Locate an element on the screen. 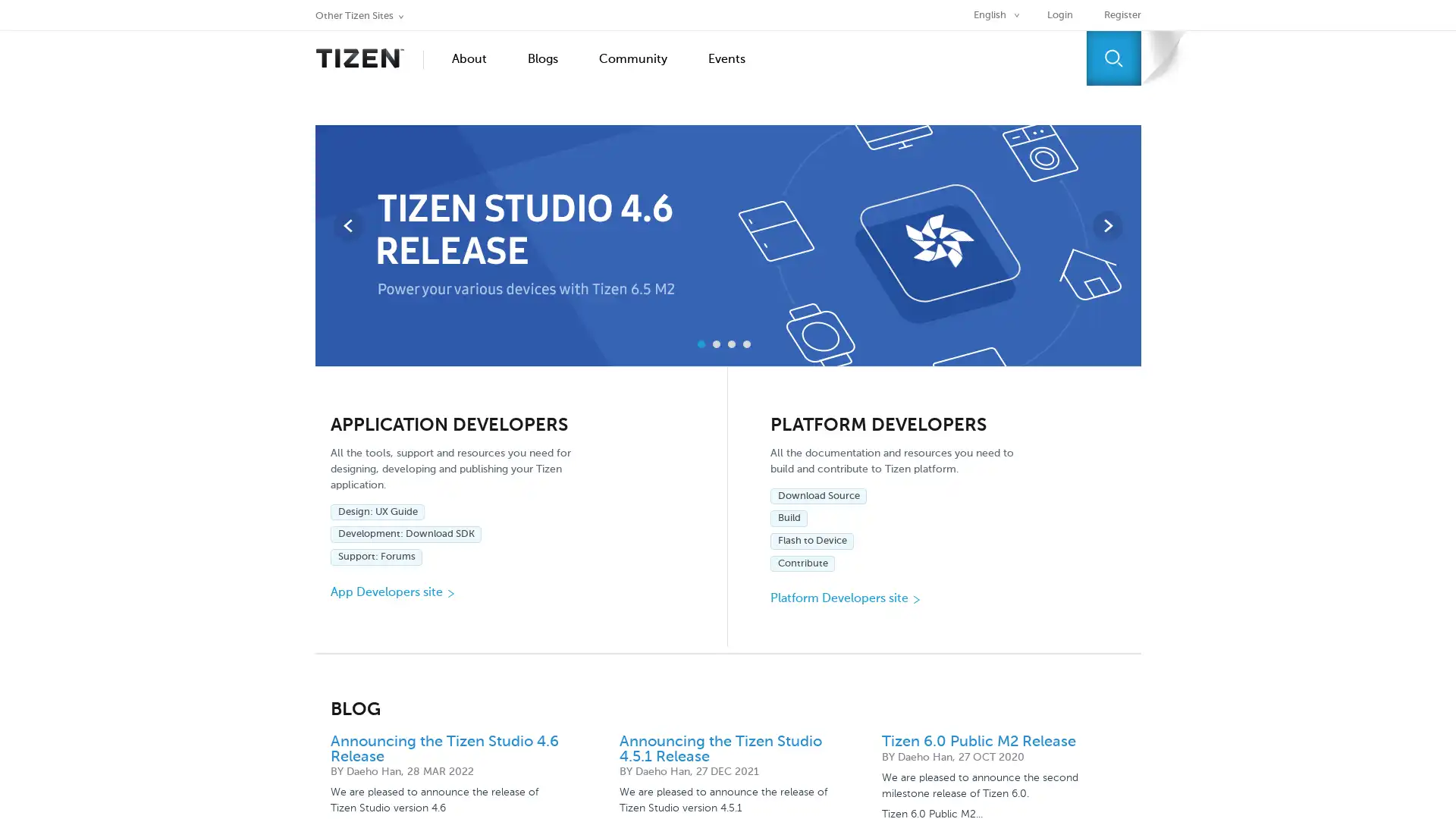 The height and width of the screenshot is (819, 1456). 3 is located at coordinates (731, 344).